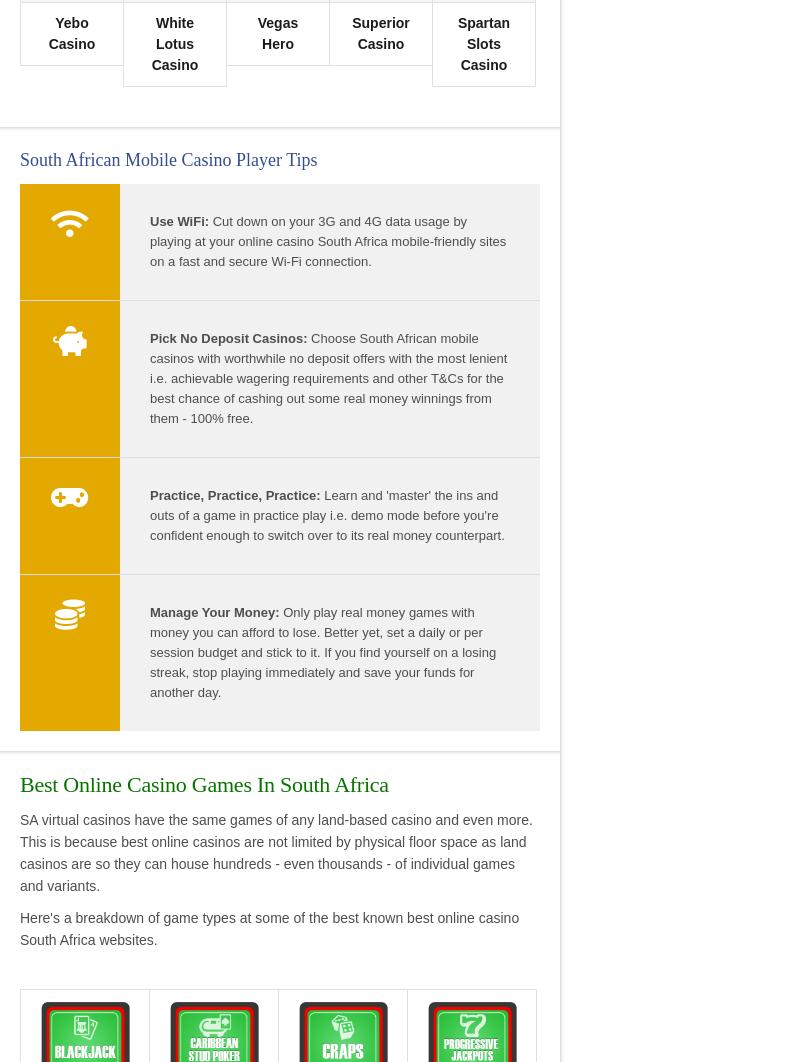 The height and width of the screenshot is (1062, 800). What do you see at coordinates (326, 513) in the screenshot?
I see `'Learn and 'master' the ins and outs of a game in practice play i.e. demo mode before you're confident enough to switch over to its real money counterpart.'` at bounding box center [326, 513].